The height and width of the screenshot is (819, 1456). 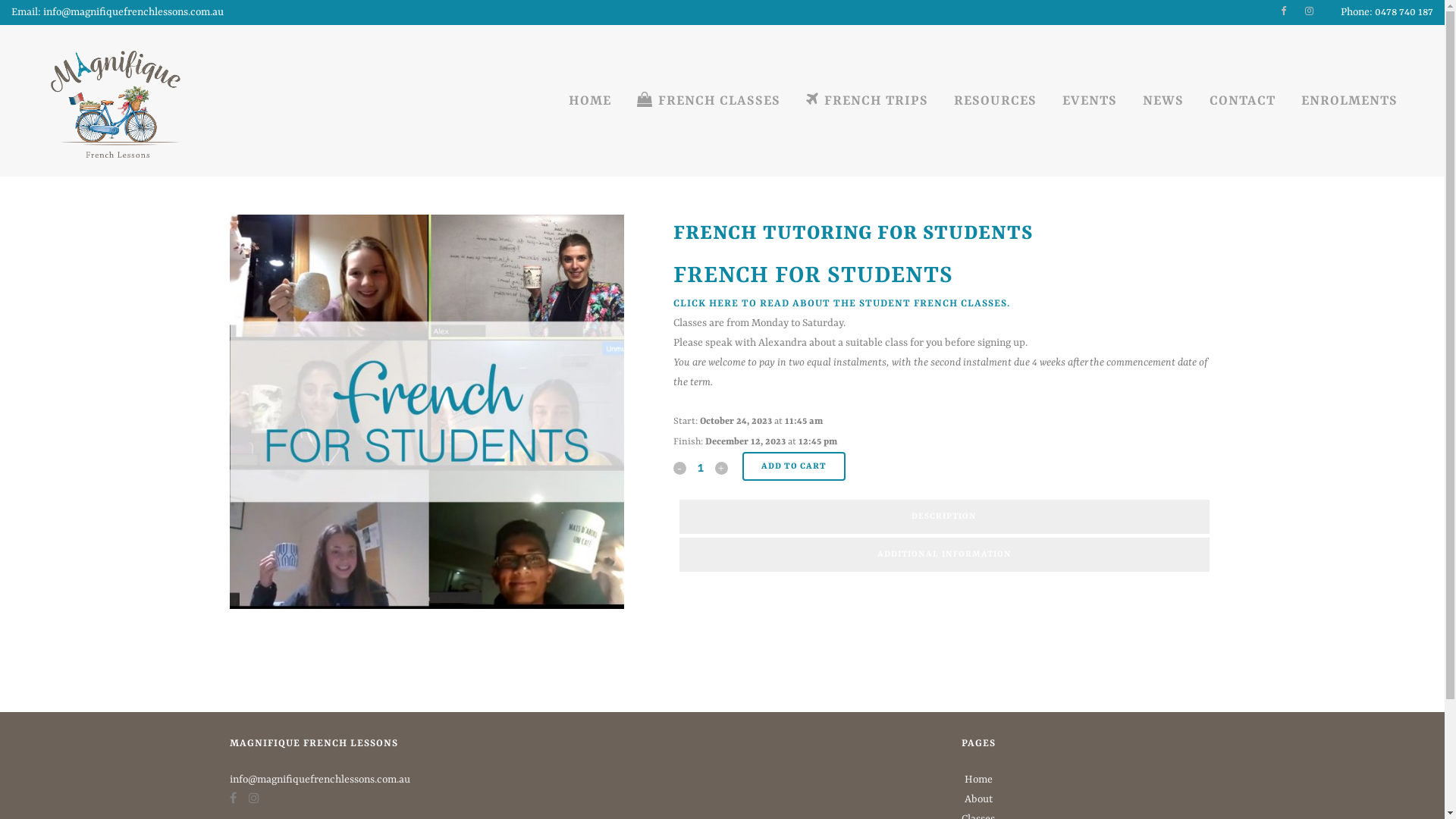 I want to click on 'Qty', so click(x=699, y=466).